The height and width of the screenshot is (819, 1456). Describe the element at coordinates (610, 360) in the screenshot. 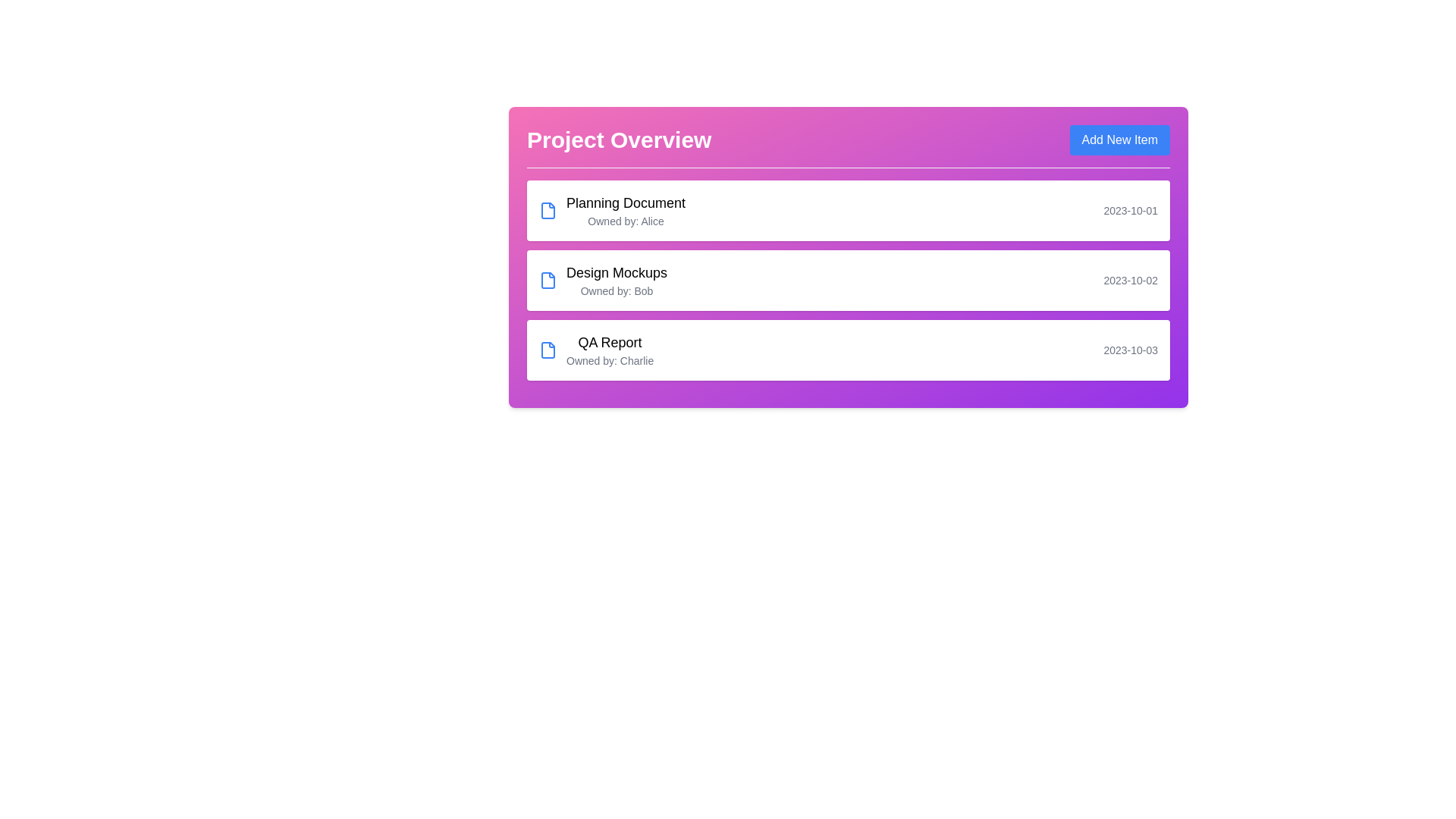

I see `ownership information from the text label displaying 'Owned by: Charlie', which is styled in a smaller gray font and positioned under the bold title 'QA Report'` at that location.